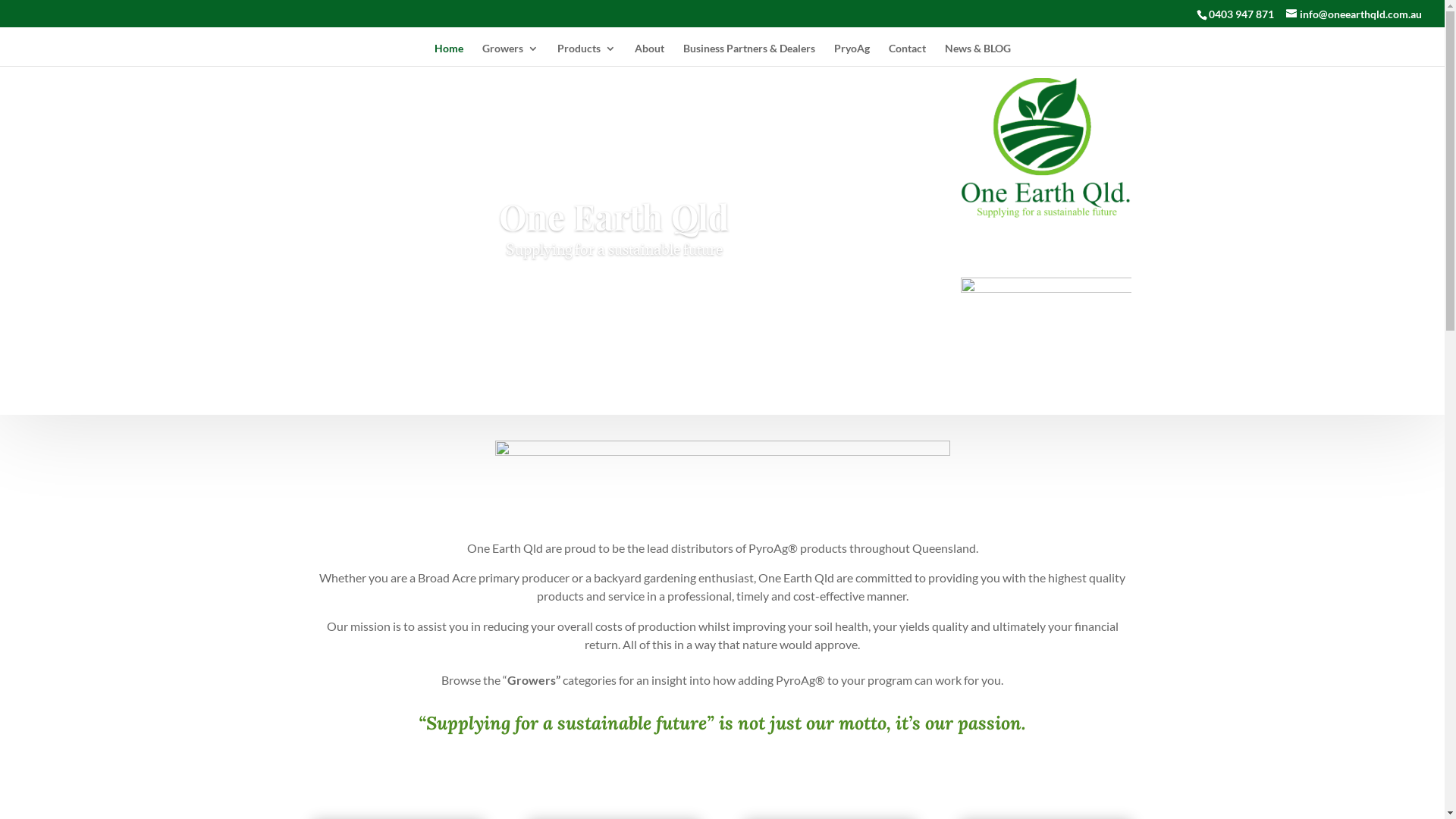 The image size is (1456, 819). What do you see at coordinates (907, 54) in the screenshot?
I see `'Contact'` at bounding box center [907, 54].